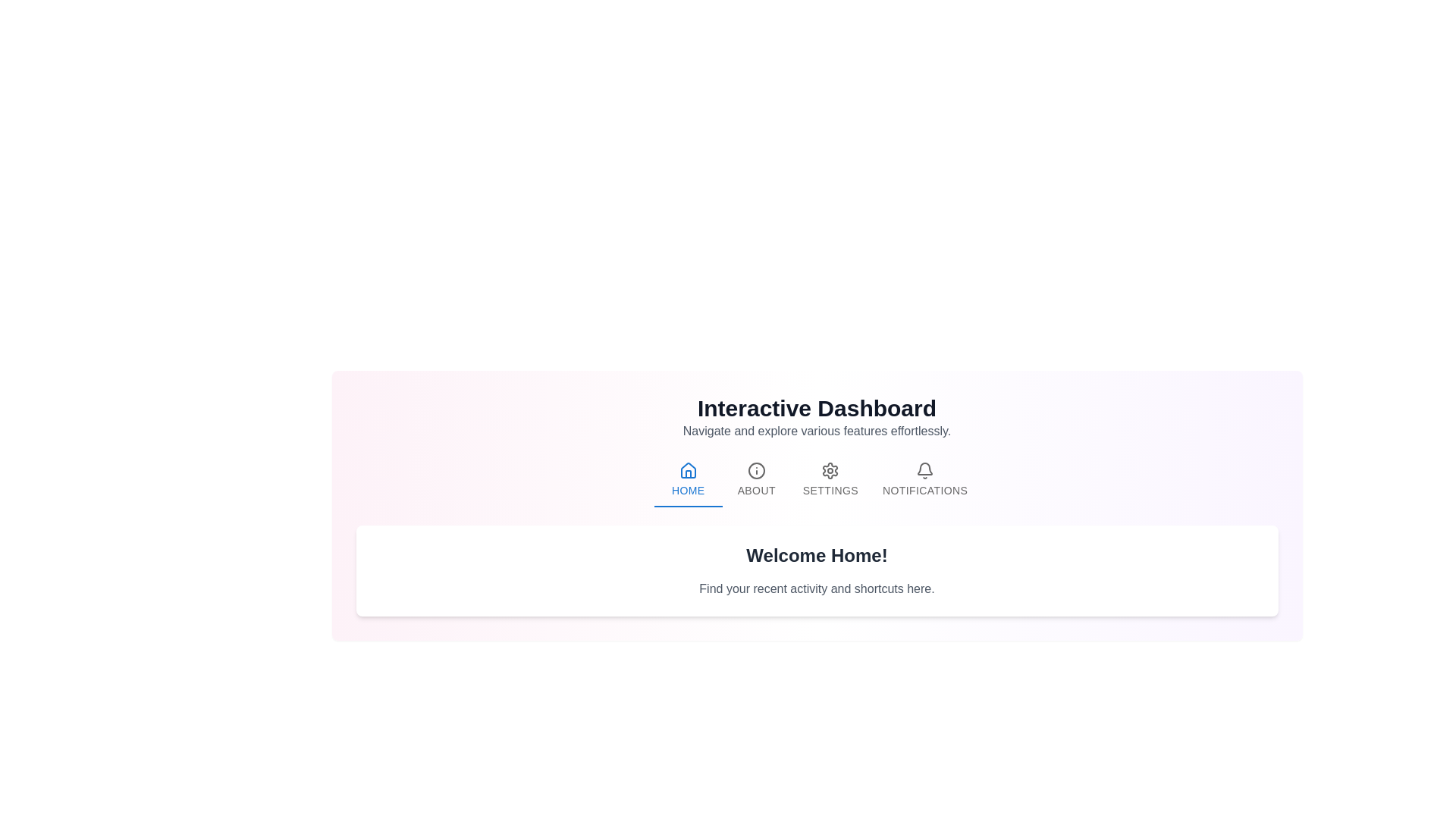 This screenshot has height=819, width=1456. I want to click on the guidance text element located below 'Welcome Home!' in the interactive dashboard header, so click(816, 588).